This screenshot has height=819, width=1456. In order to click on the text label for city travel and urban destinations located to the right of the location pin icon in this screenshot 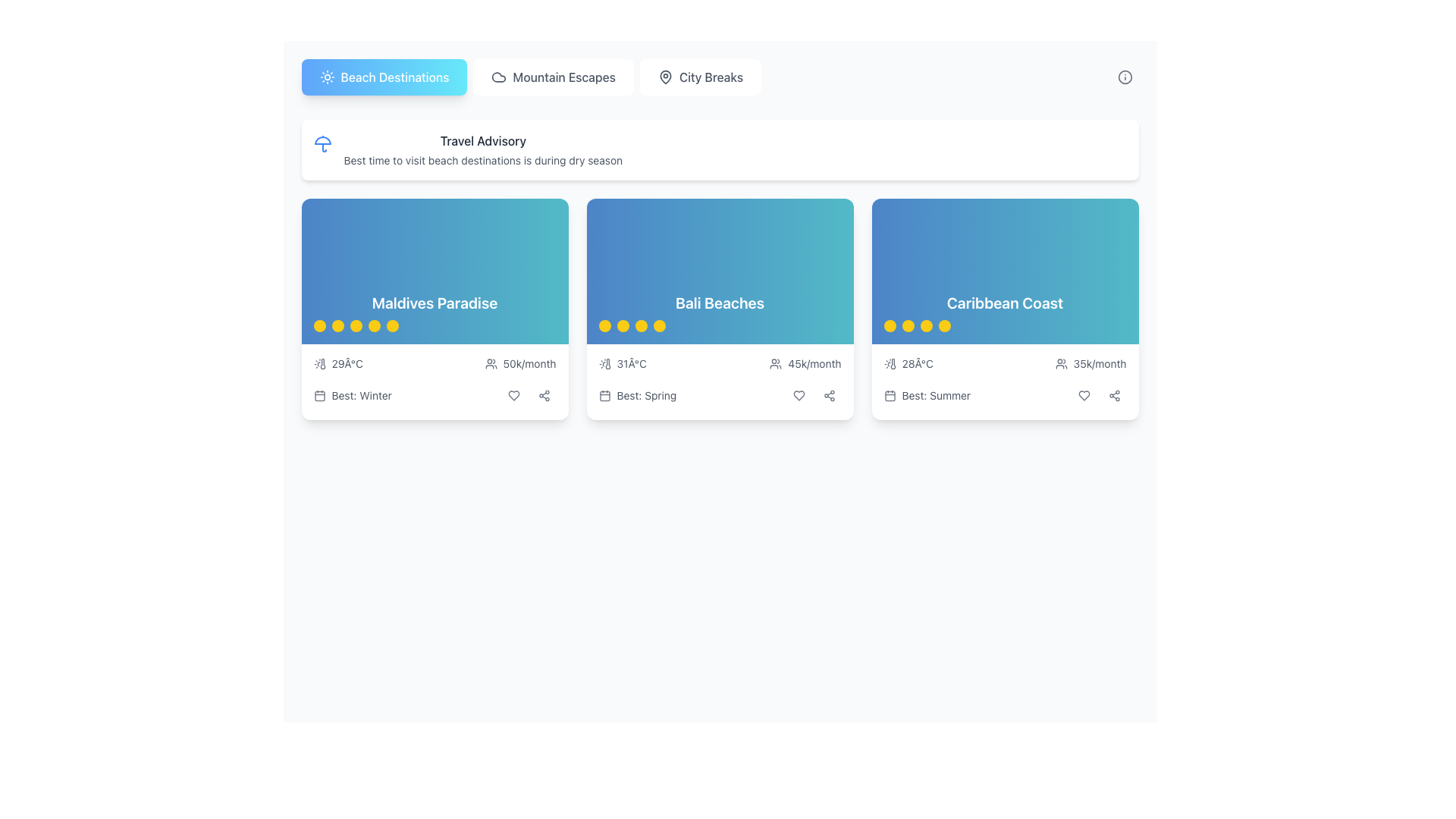, I will do `click(710, 77)`.